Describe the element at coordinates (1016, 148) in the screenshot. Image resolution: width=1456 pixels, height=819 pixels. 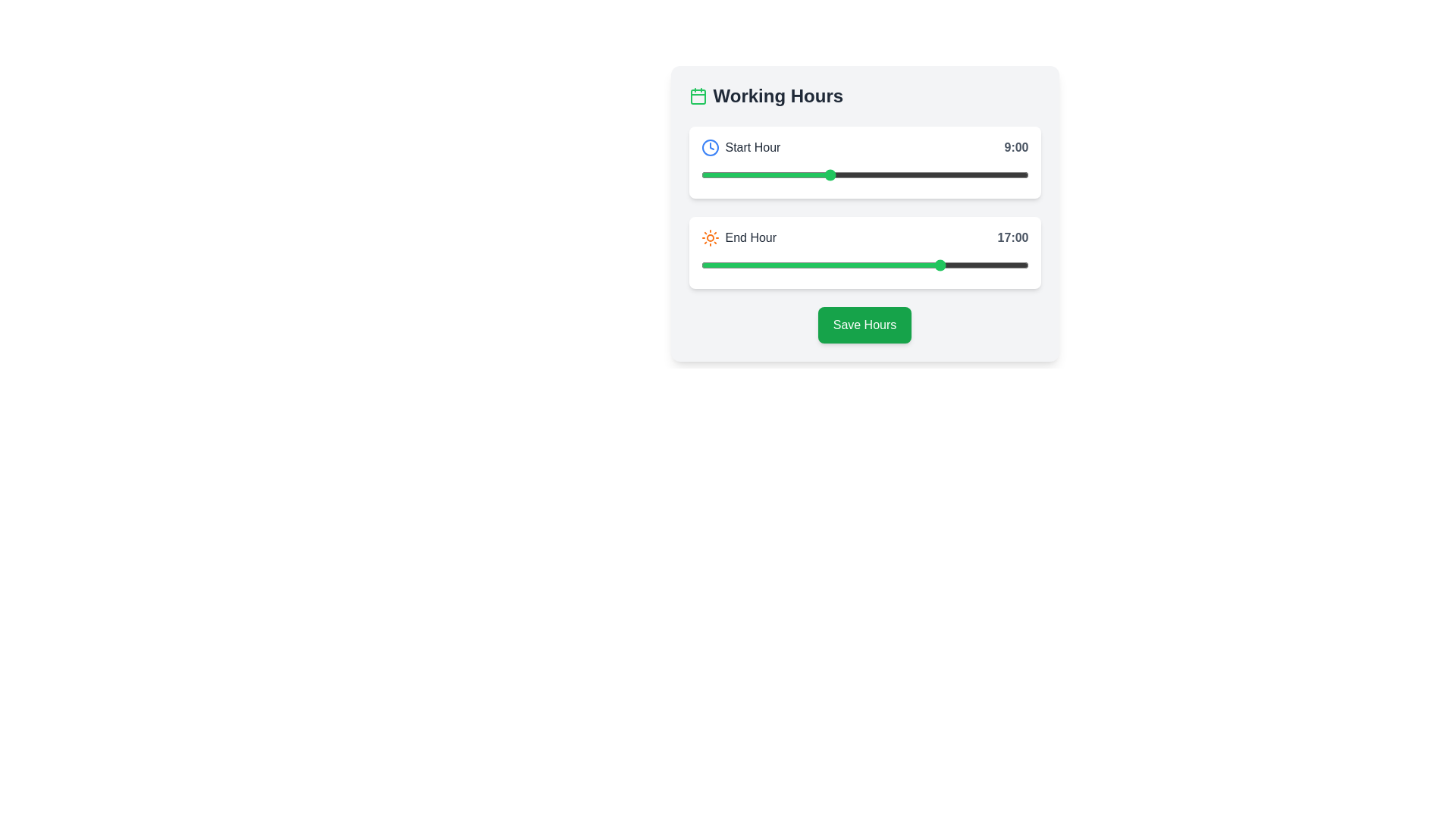
I see `the Text label that indicates the starting hour, located at the top-right corner of the 'Start Hour' section in the 'Working Hours' card, adjacent to a clock icon` at that location.